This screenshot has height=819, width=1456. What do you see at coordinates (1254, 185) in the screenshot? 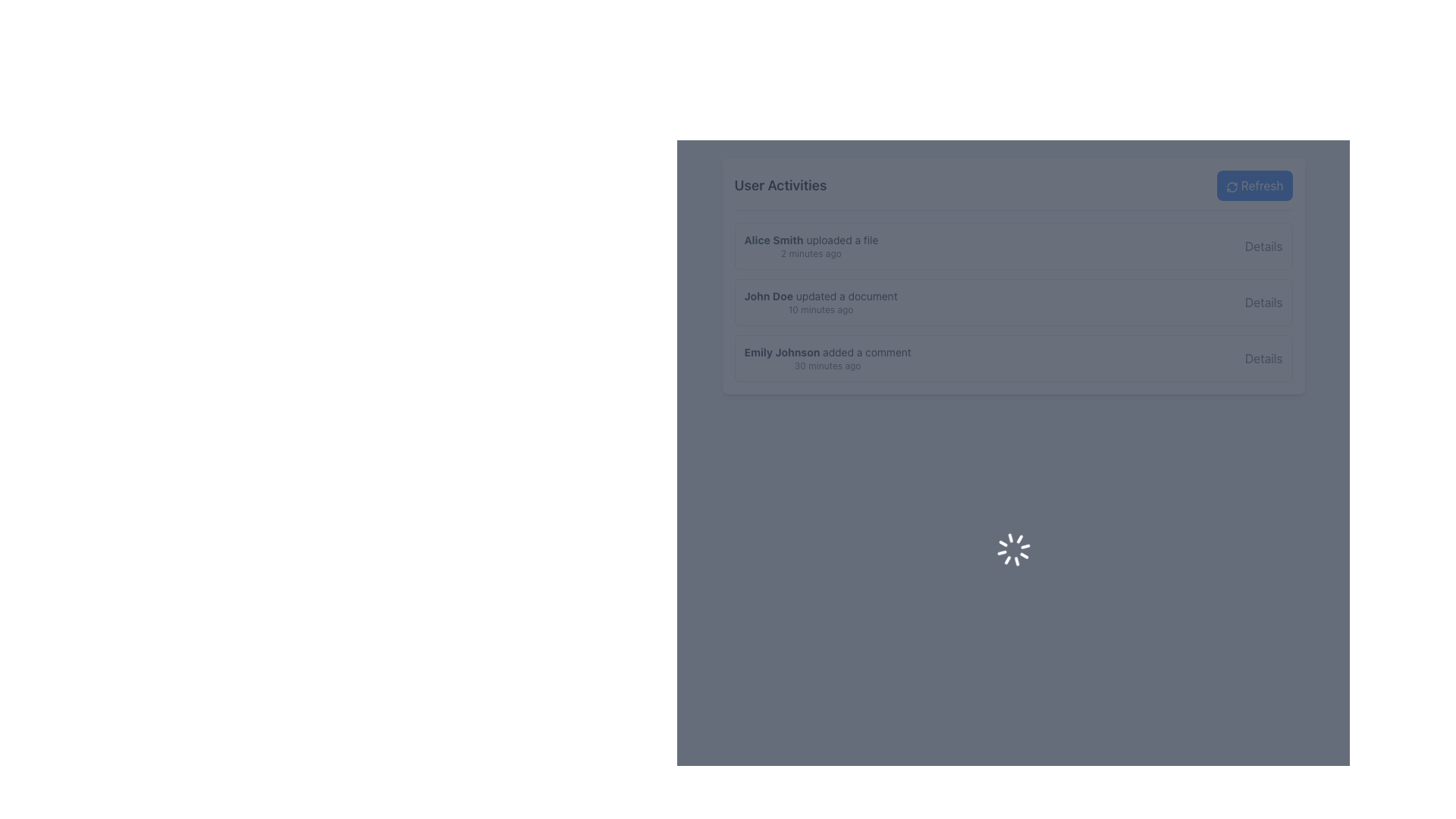
I see `the refresh button located on the right side of the 'User Activities' section to refresh the content` at bounding box center [1254, 185].